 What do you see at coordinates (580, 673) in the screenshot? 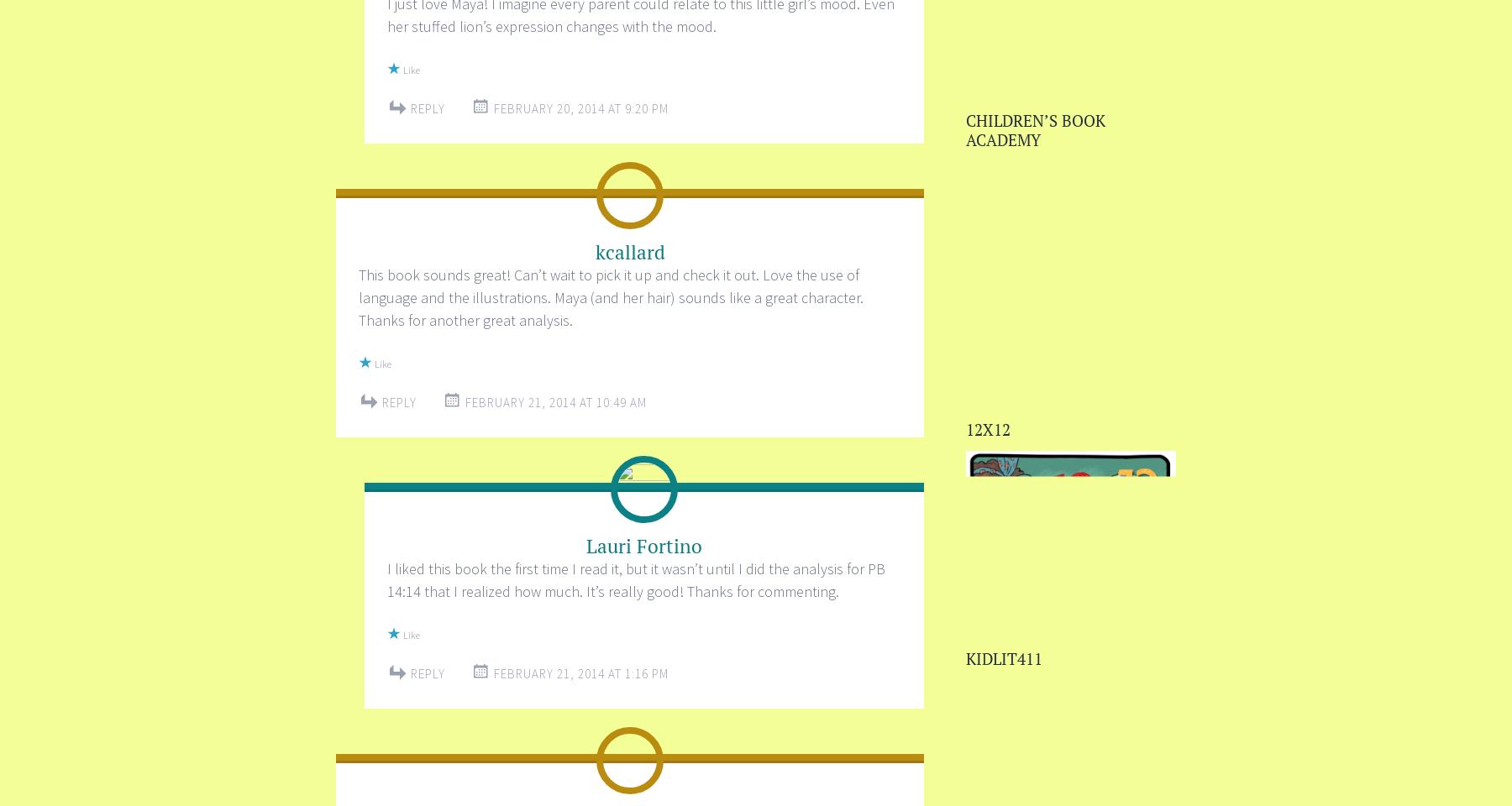
I see `'February 21, 2014 at 1:16 PM'` at bounding box center [580, 673].